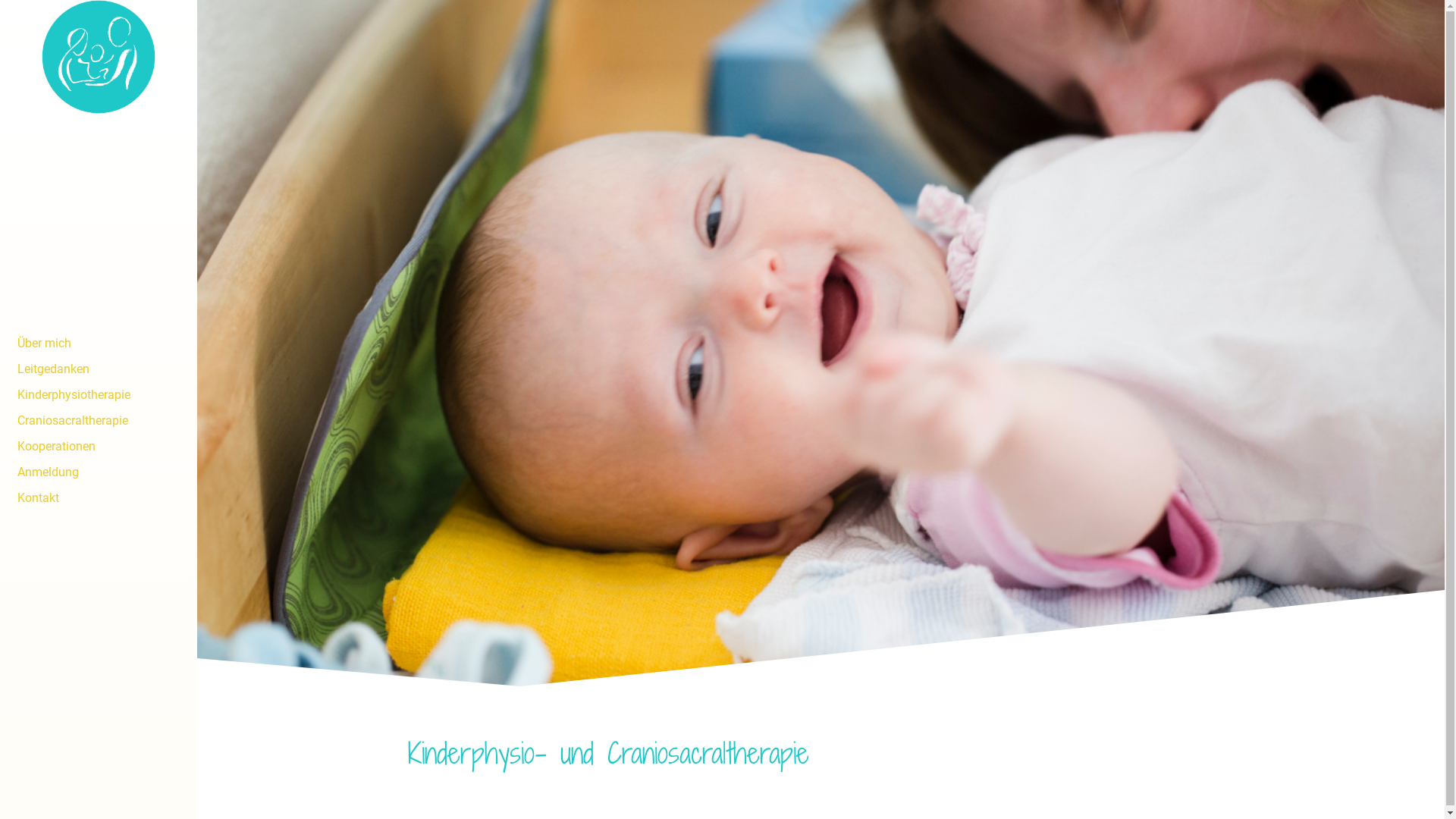  Describe the element at coordinates (97, 394) in the screenshot. I see `'Kinderphysiotherapie'` at that location.